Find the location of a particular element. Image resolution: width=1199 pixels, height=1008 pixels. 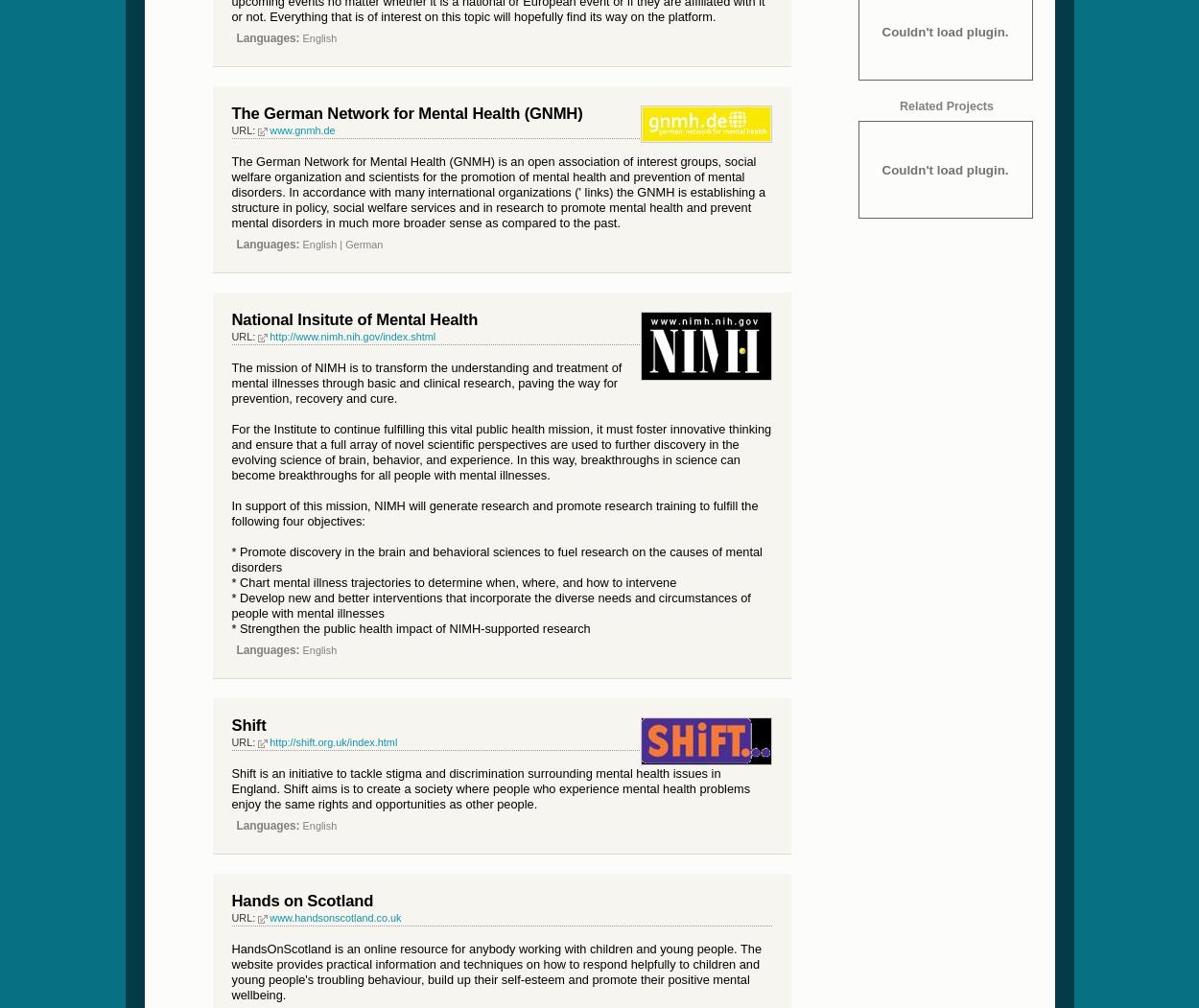

'http://www.nimh.nih.gov/index.shtml' is located at coordinates (351, 335).